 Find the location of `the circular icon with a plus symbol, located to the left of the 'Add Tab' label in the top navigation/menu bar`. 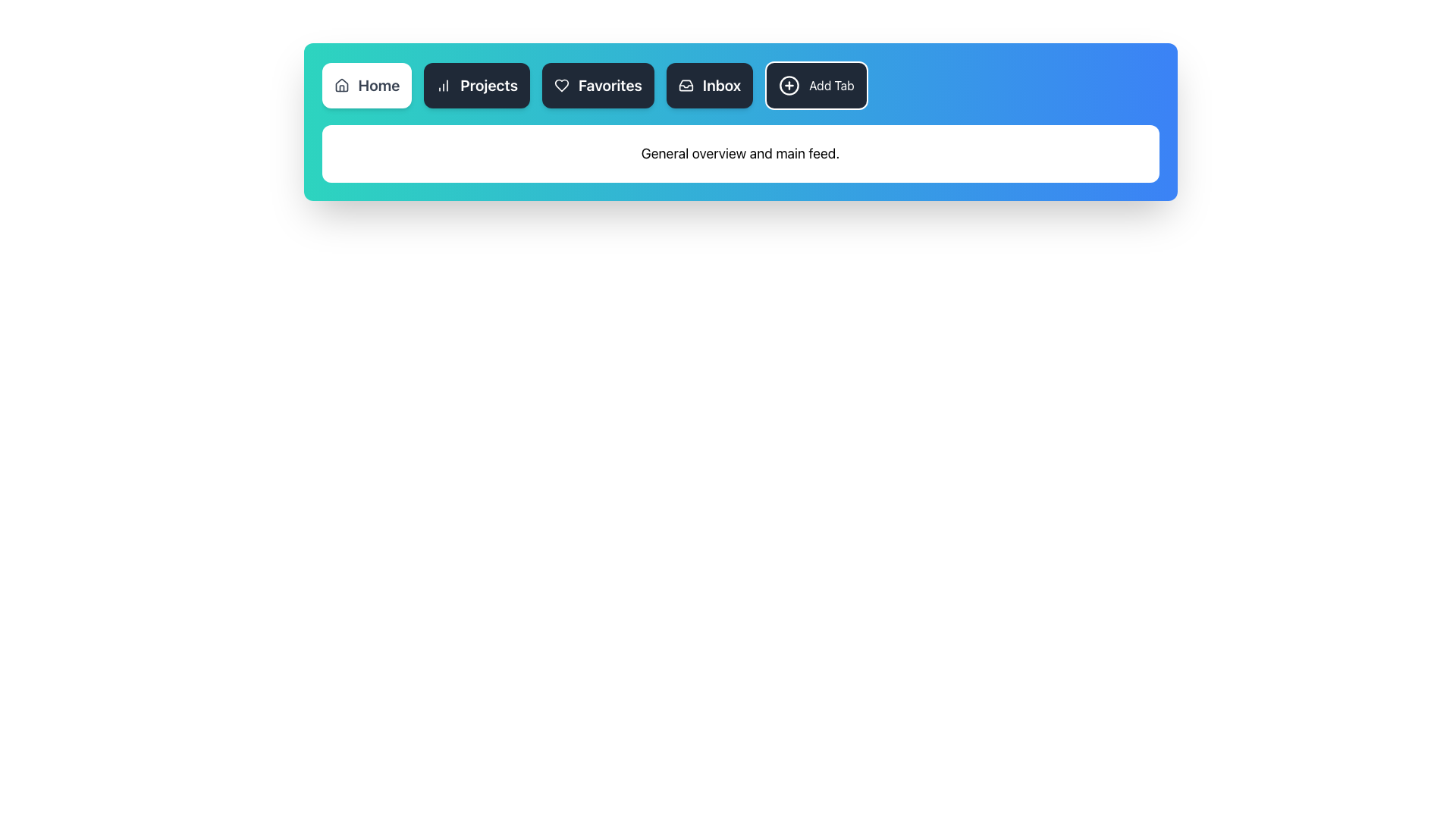

the circular icon with a plus symbol, located to the left of the 'Add Tab' label in the top navigation/menu bar is located at coordinates (789, 85).